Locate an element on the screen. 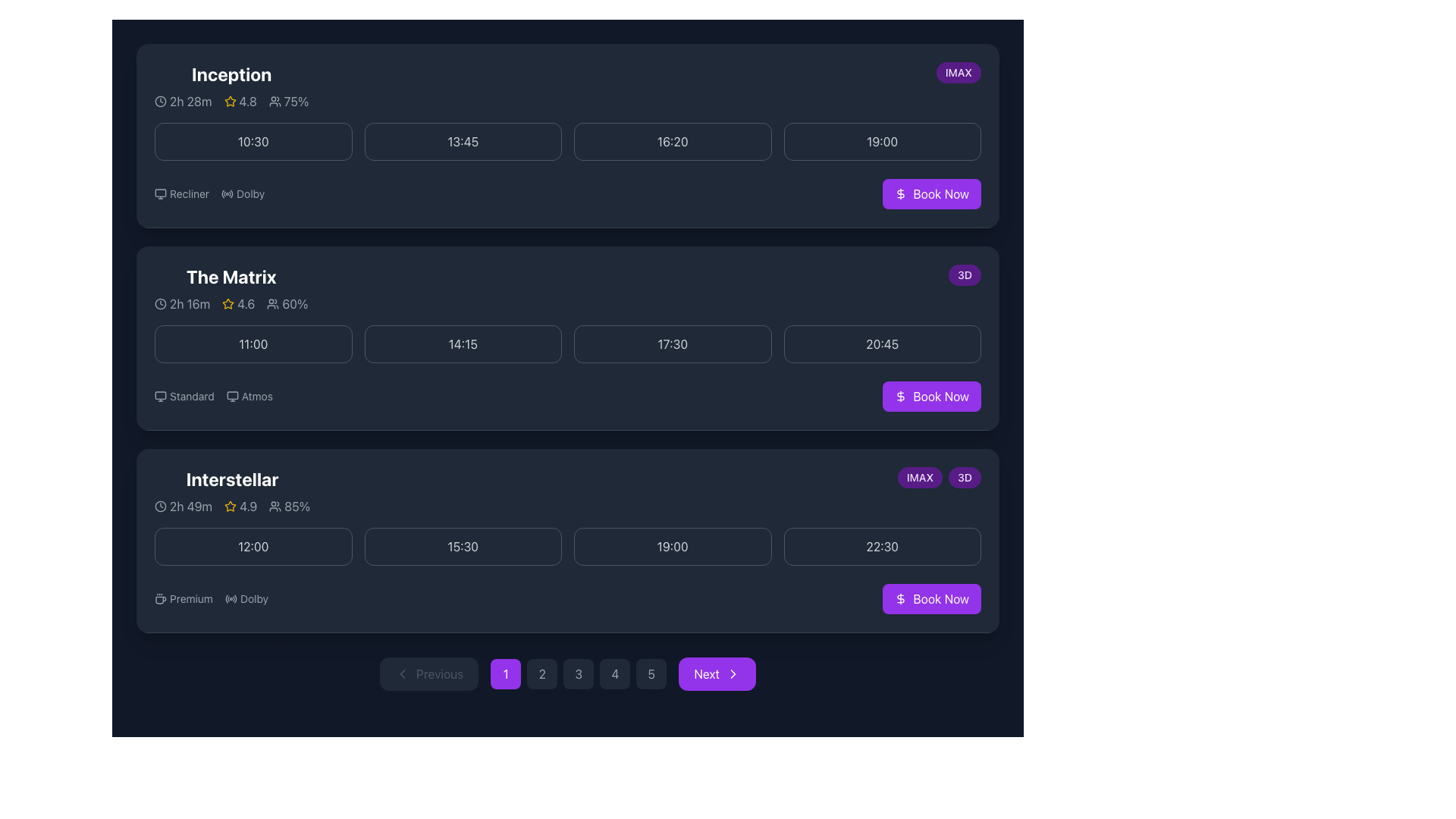 This screenshot has width=1456, height=819. the button displaying the time '13:45' to change its border color is located at coordinates (462, 141).